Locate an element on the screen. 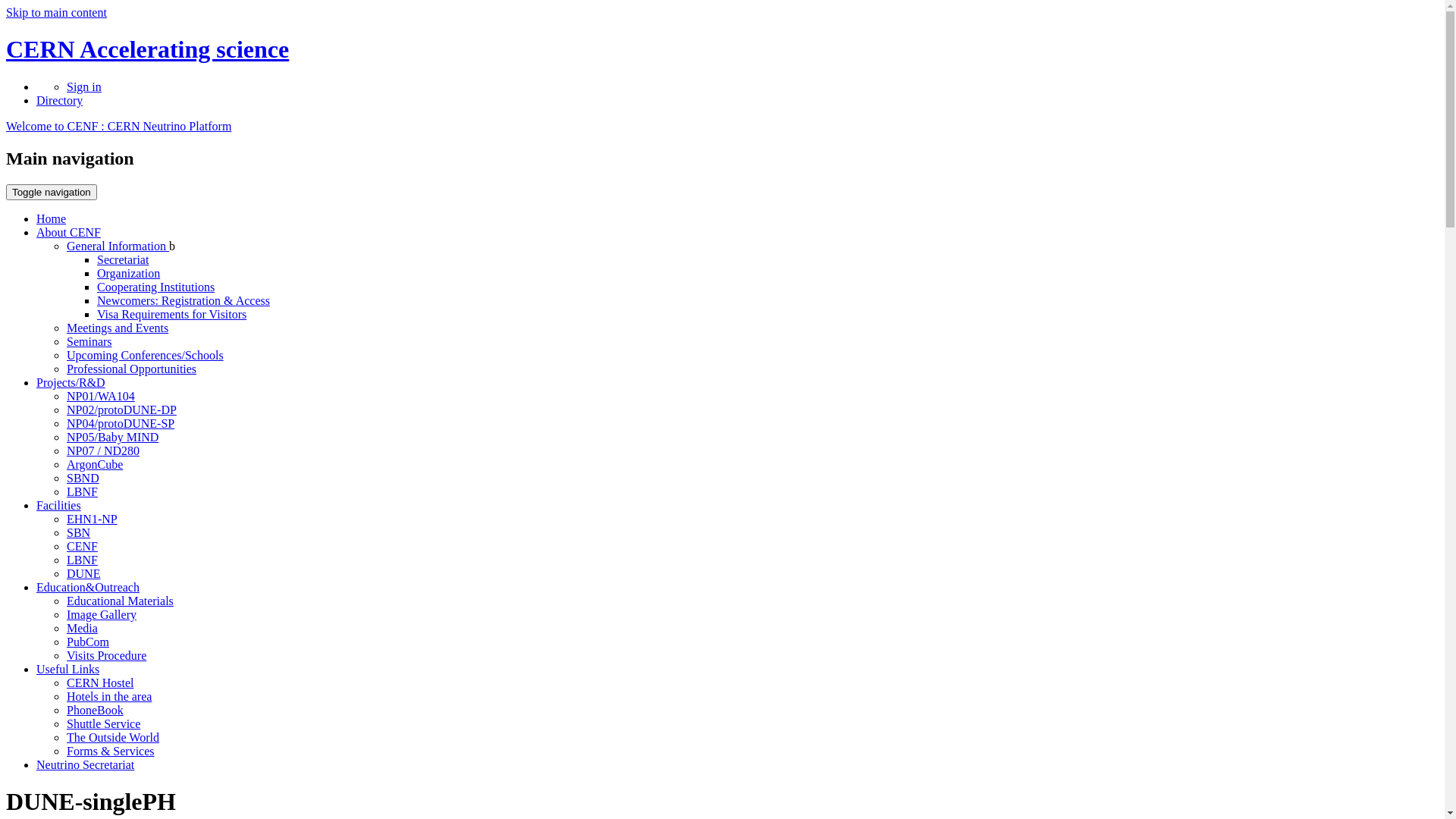  'CERN Hostel' is located at coordinates (99, 682).